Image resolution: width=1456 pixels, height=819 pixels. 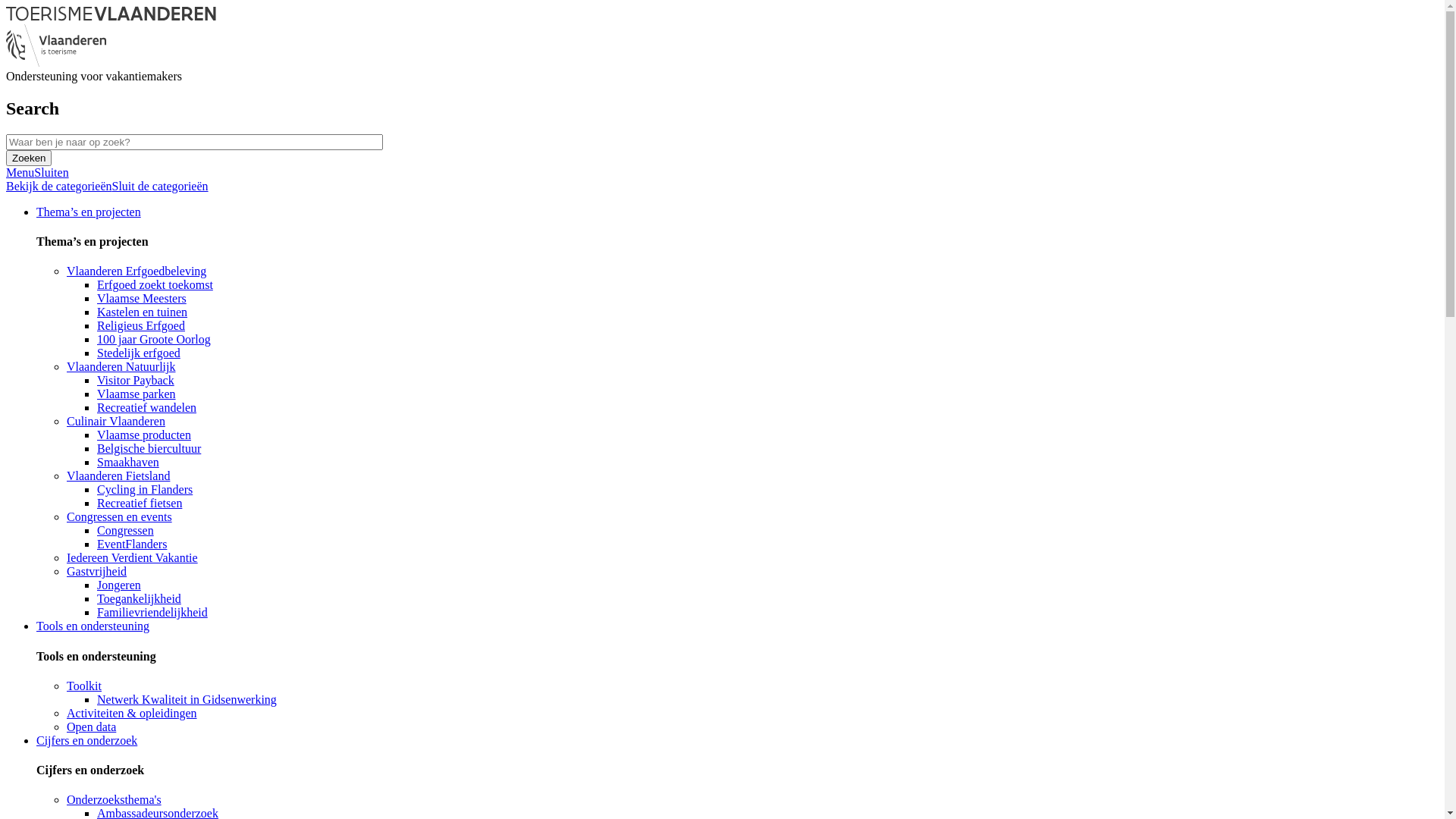 I want to click on '100 jaar Groote Oorlog', so click(x=153, y=338).